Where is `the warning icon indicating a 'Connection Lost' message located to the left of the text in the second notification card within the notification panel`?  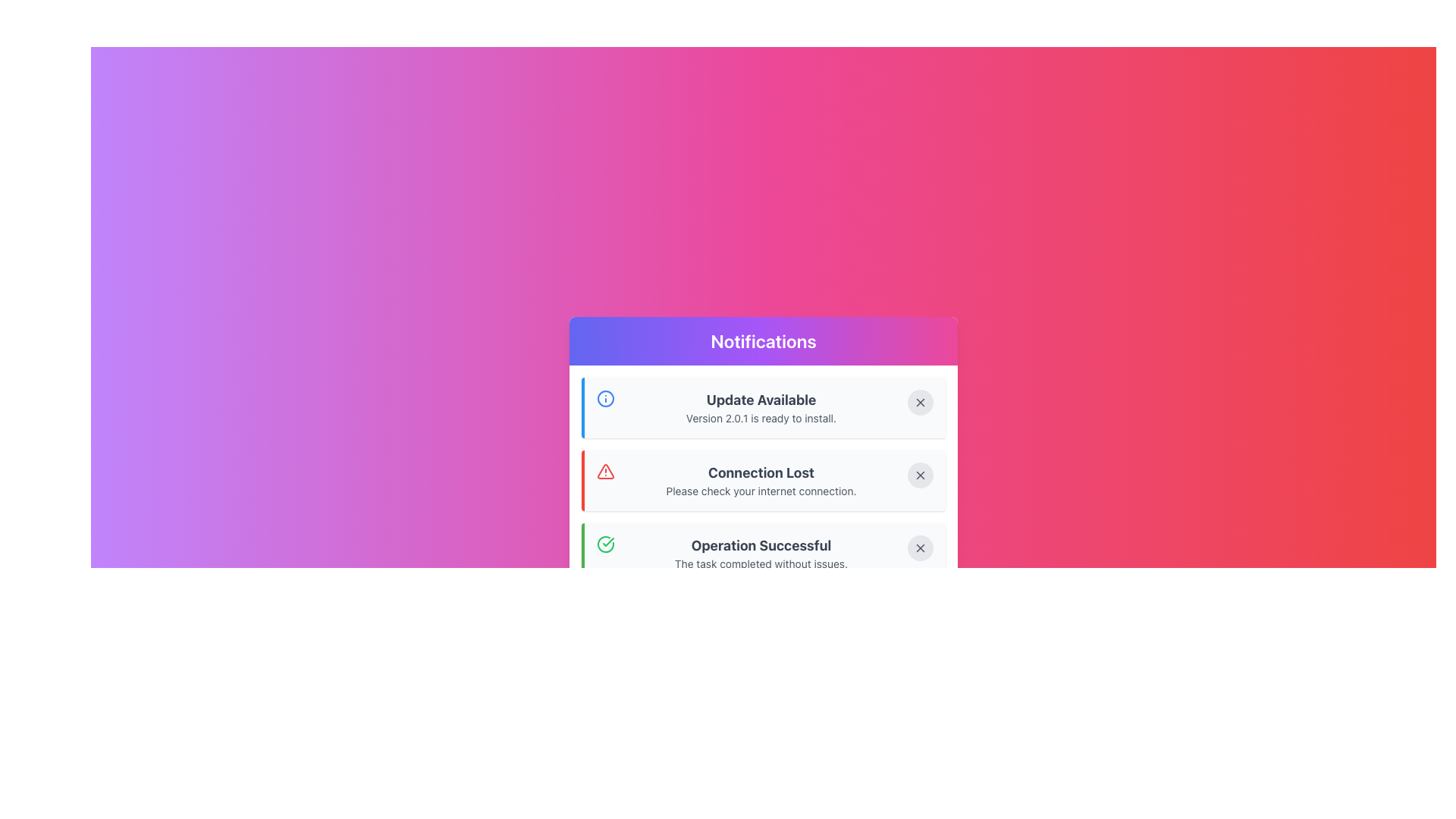 the warning icon indicating a 'Connection Lost' message located to the left of the text in the second notification card within the notification panel is located at coordinates (604, 470).